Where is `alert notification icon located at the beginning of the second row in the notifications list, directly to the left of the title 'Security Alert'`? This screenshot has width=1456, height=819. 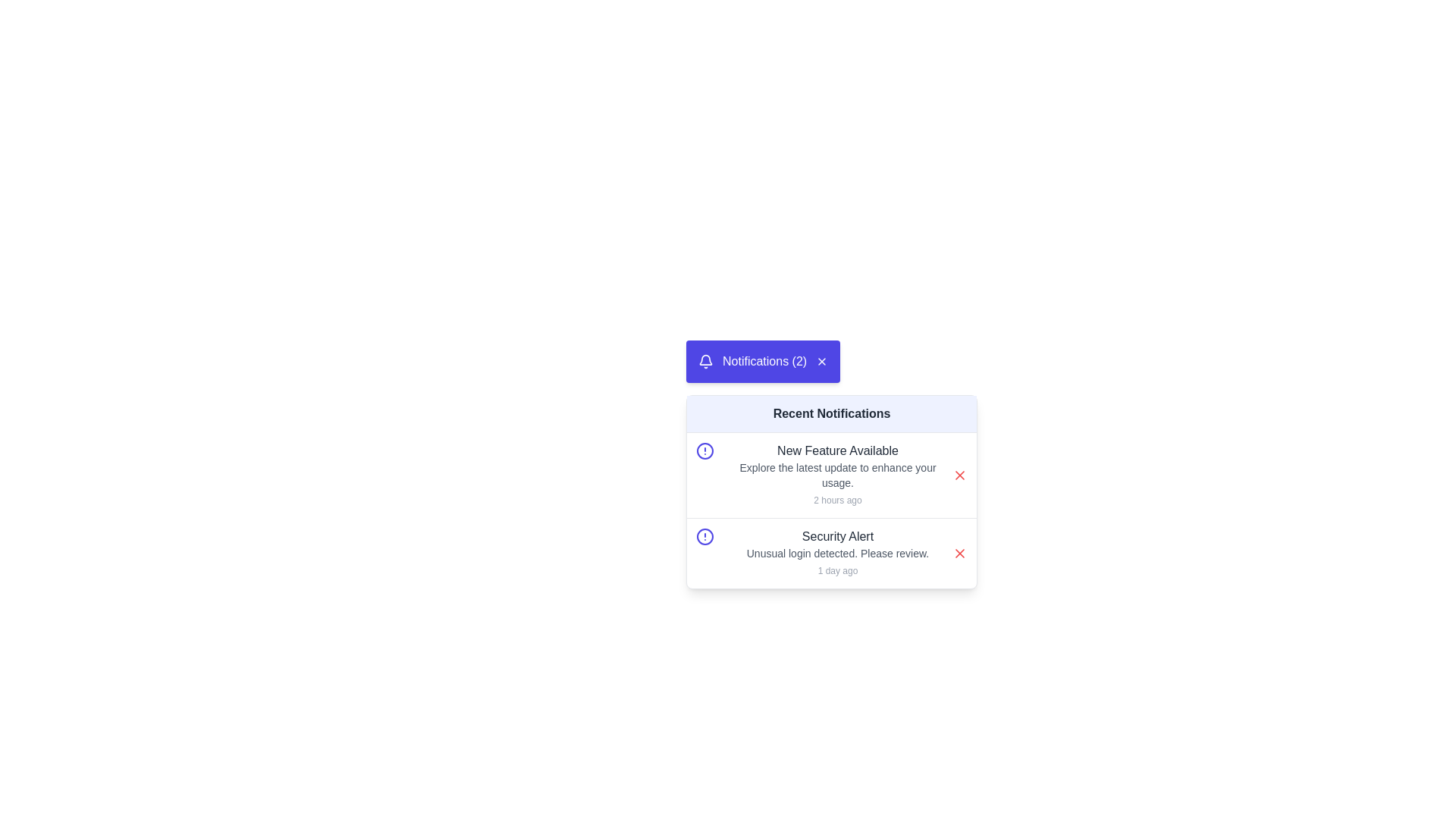 alert notification icon located at the beginning of the second row in the notifications list, directly to the left of the title 'Security Alert' is located at coordinates (704, 536).